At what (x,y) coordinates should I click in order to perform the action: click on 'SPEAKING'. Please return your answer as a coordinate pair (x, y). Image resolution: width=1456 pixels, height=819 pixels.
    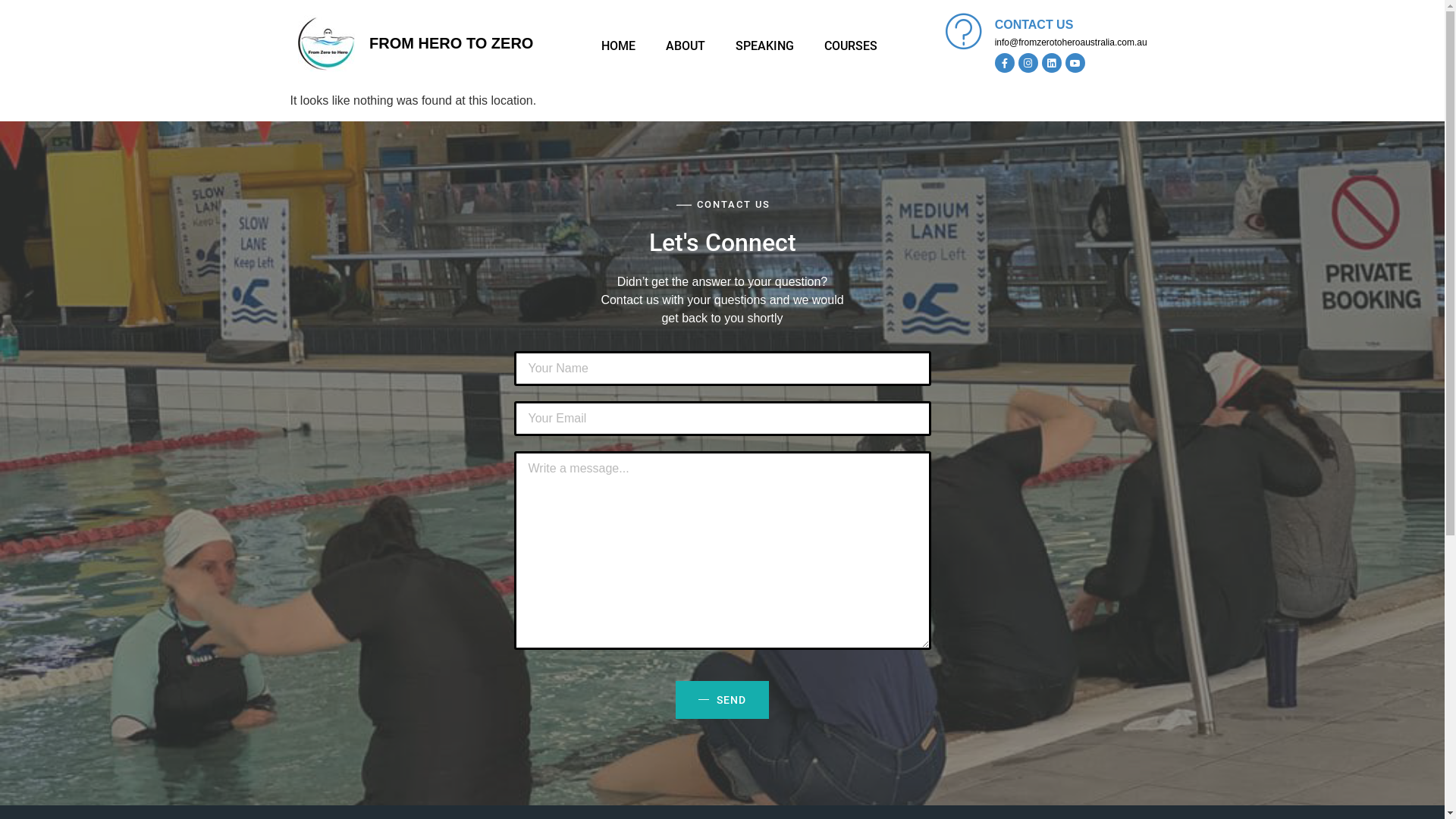
    Looking at the image, I should click on (764, 45).